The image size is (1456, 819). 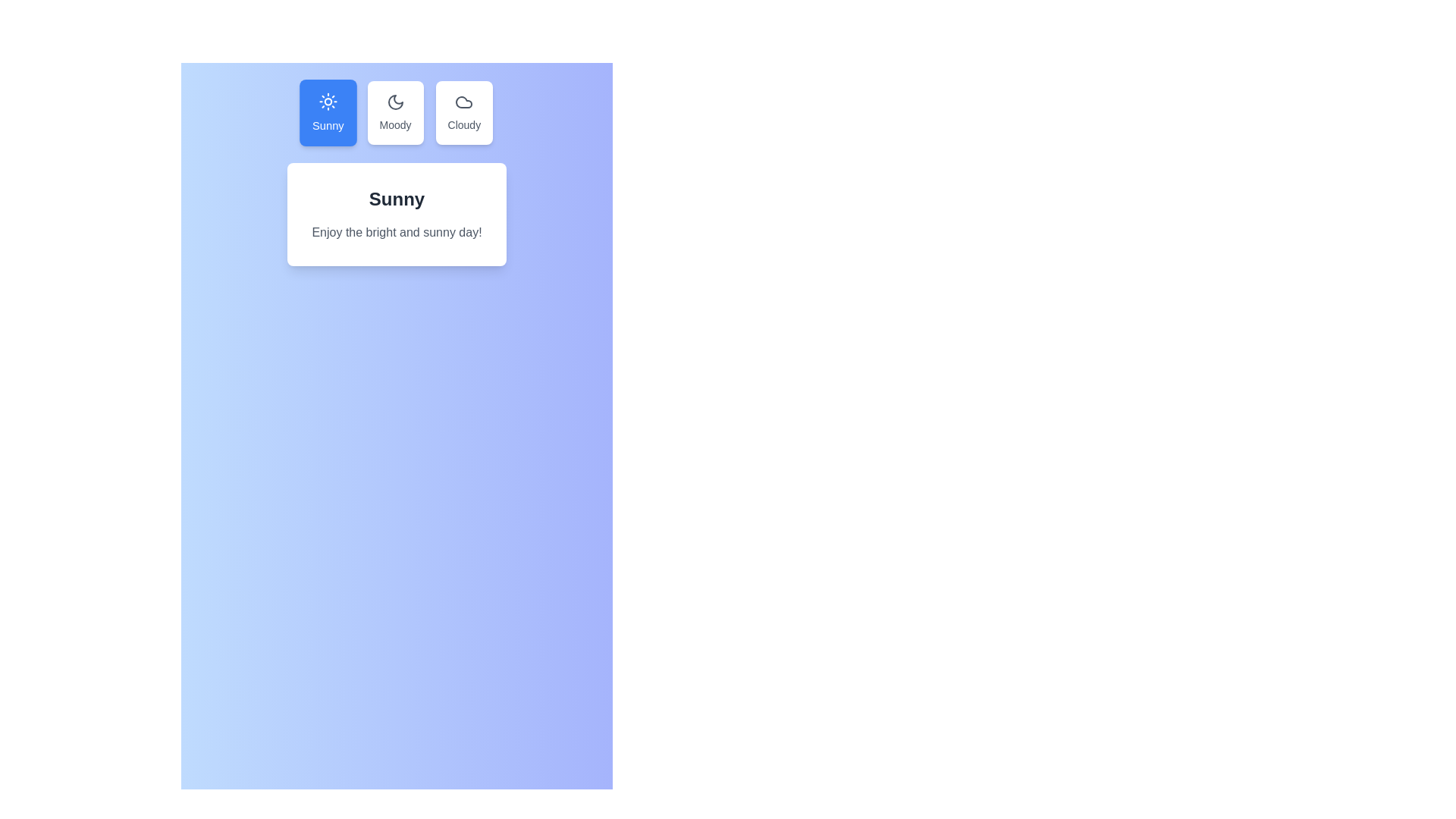 I want to click on the weather tab labeled Moody and read its content, so click(x=395, y=112).